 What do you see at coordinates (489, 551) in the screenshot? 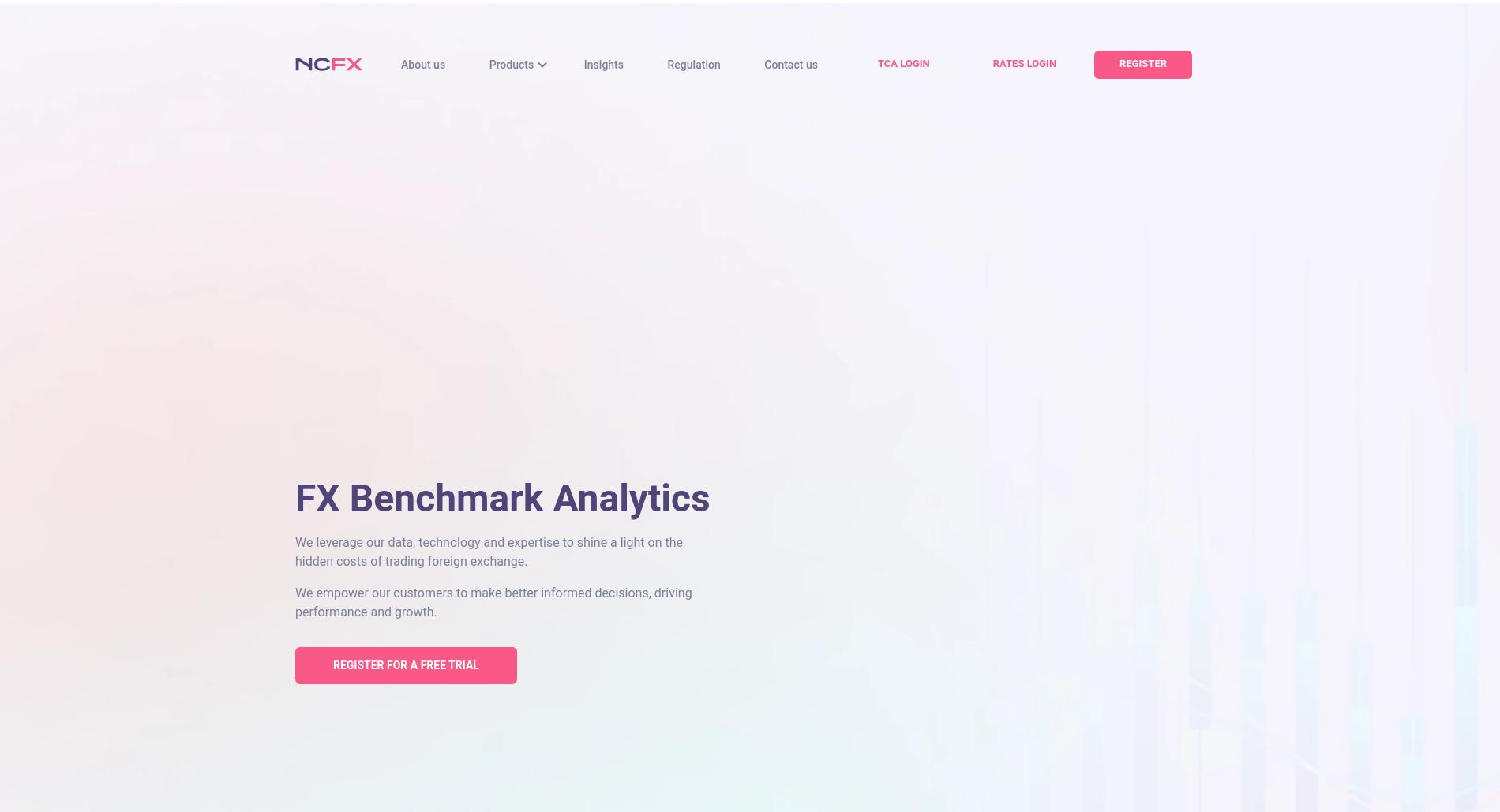
I see `'We leverage our data, technology and expertise to shine a light on the hidden costs of trading foreign exchange.'` at bounding box center [489, 551].